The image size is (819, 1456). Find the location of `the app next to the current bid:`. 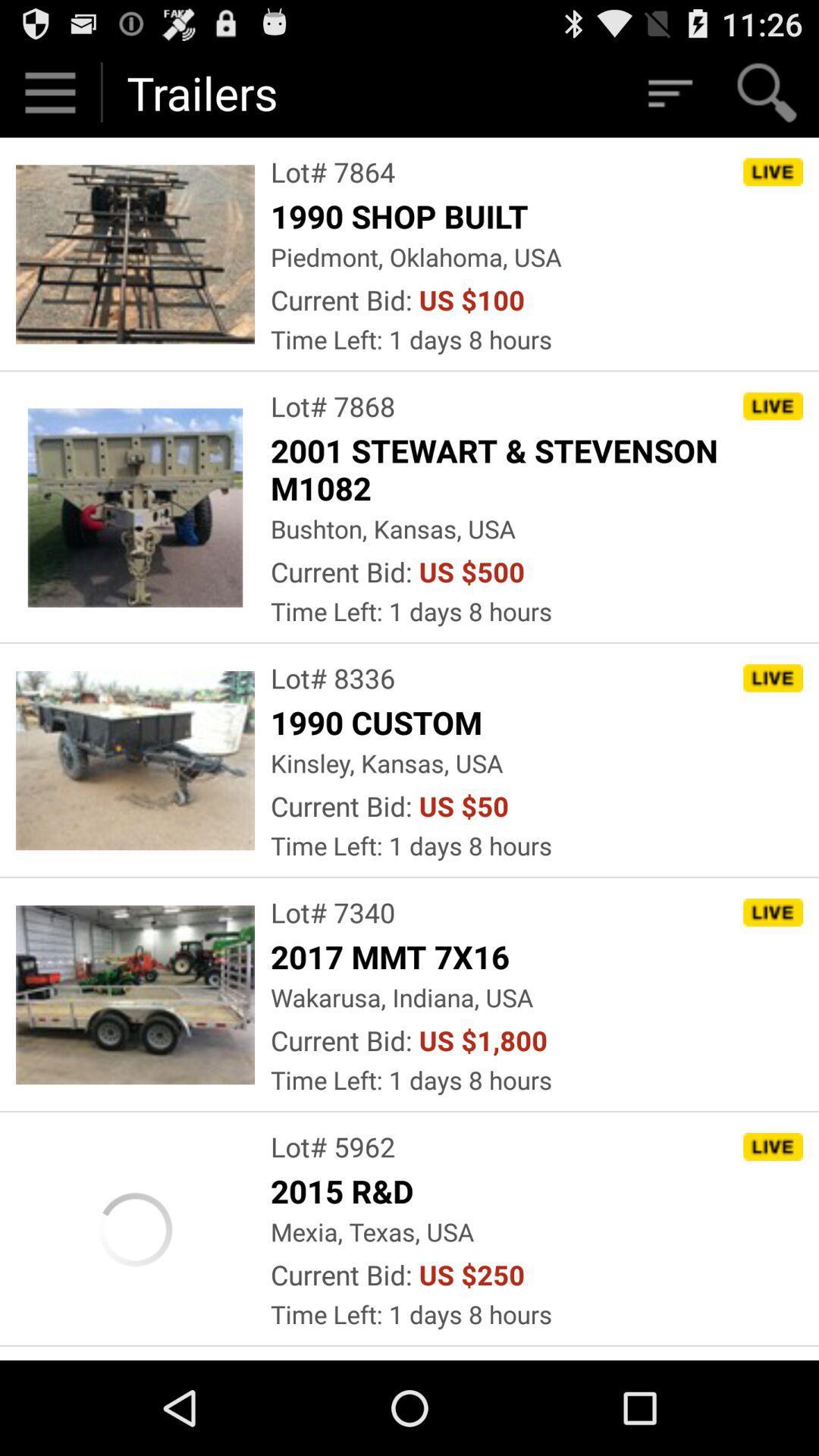

the app next to the current bid: is located at coordinates (483, 1040).